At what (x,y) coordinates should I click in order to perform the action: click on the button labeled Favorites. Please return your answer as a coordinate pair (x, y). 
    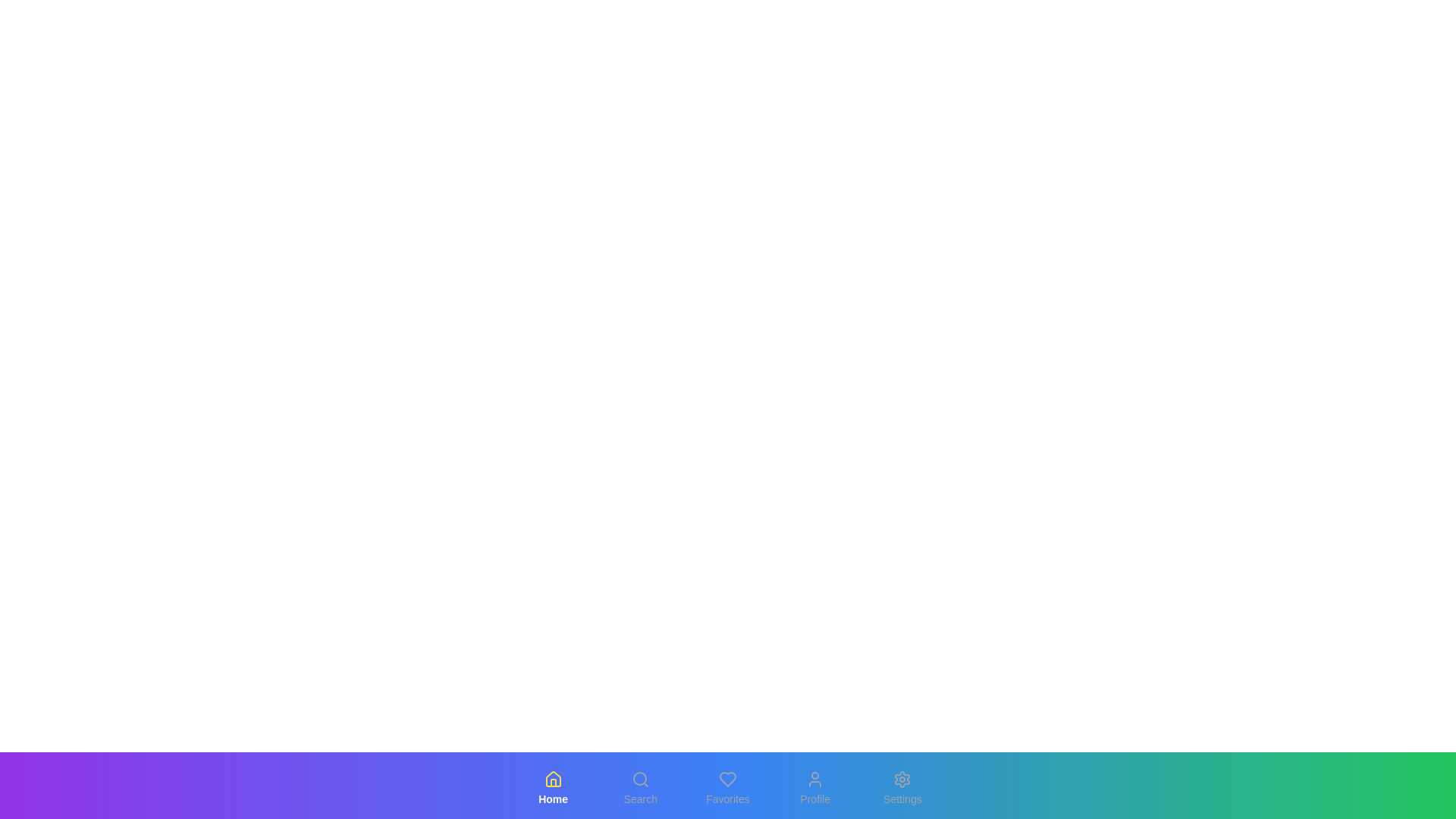
    Looking at the image, I should click on (728, 788).